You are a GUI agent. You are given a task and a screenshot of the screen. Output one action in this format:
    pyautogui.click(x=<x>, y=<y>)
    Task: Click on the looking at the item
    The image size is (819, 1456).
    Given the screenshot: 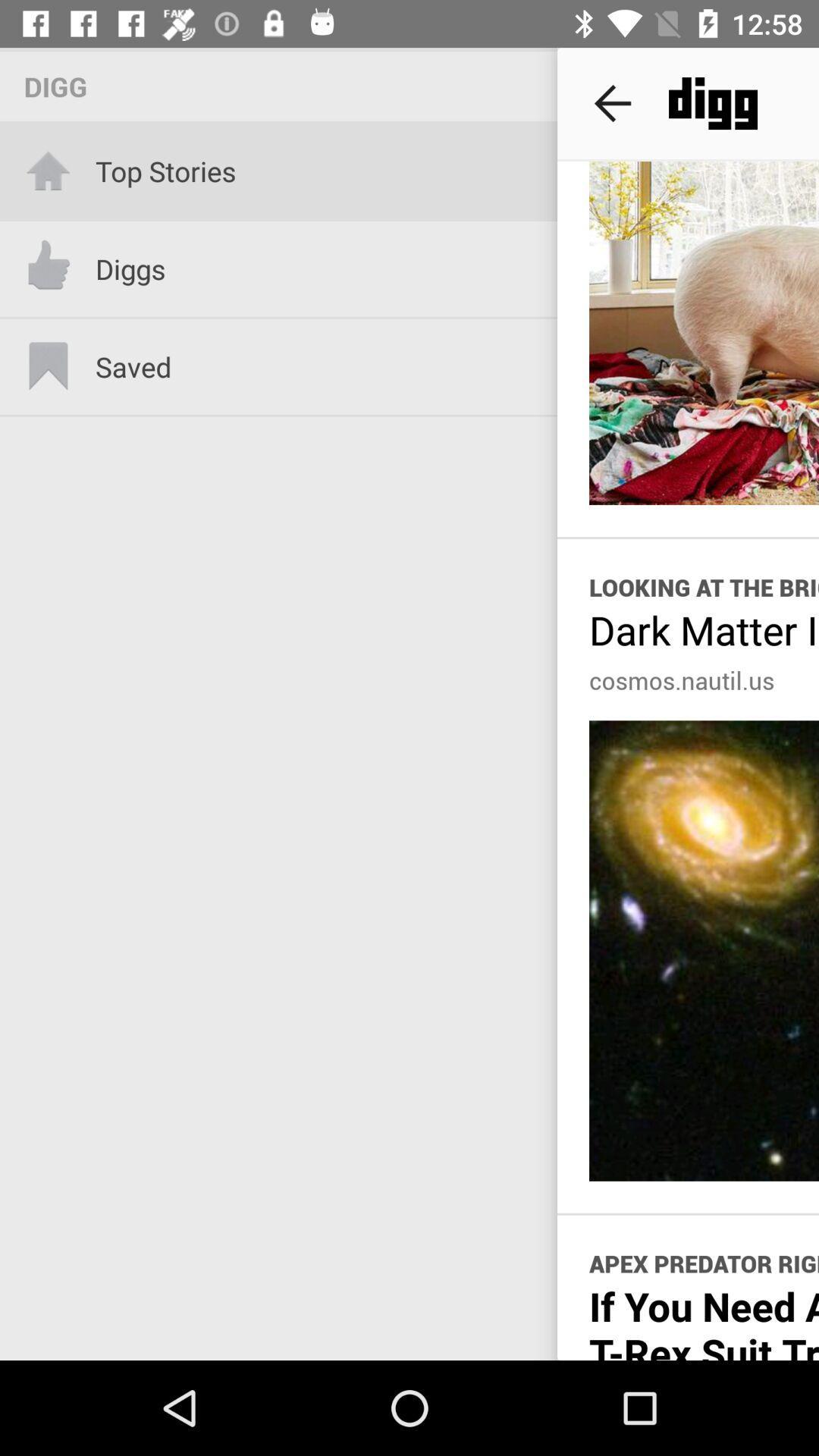 What is the action you would take?
    pyautogui.click(x=704, y=586)
    